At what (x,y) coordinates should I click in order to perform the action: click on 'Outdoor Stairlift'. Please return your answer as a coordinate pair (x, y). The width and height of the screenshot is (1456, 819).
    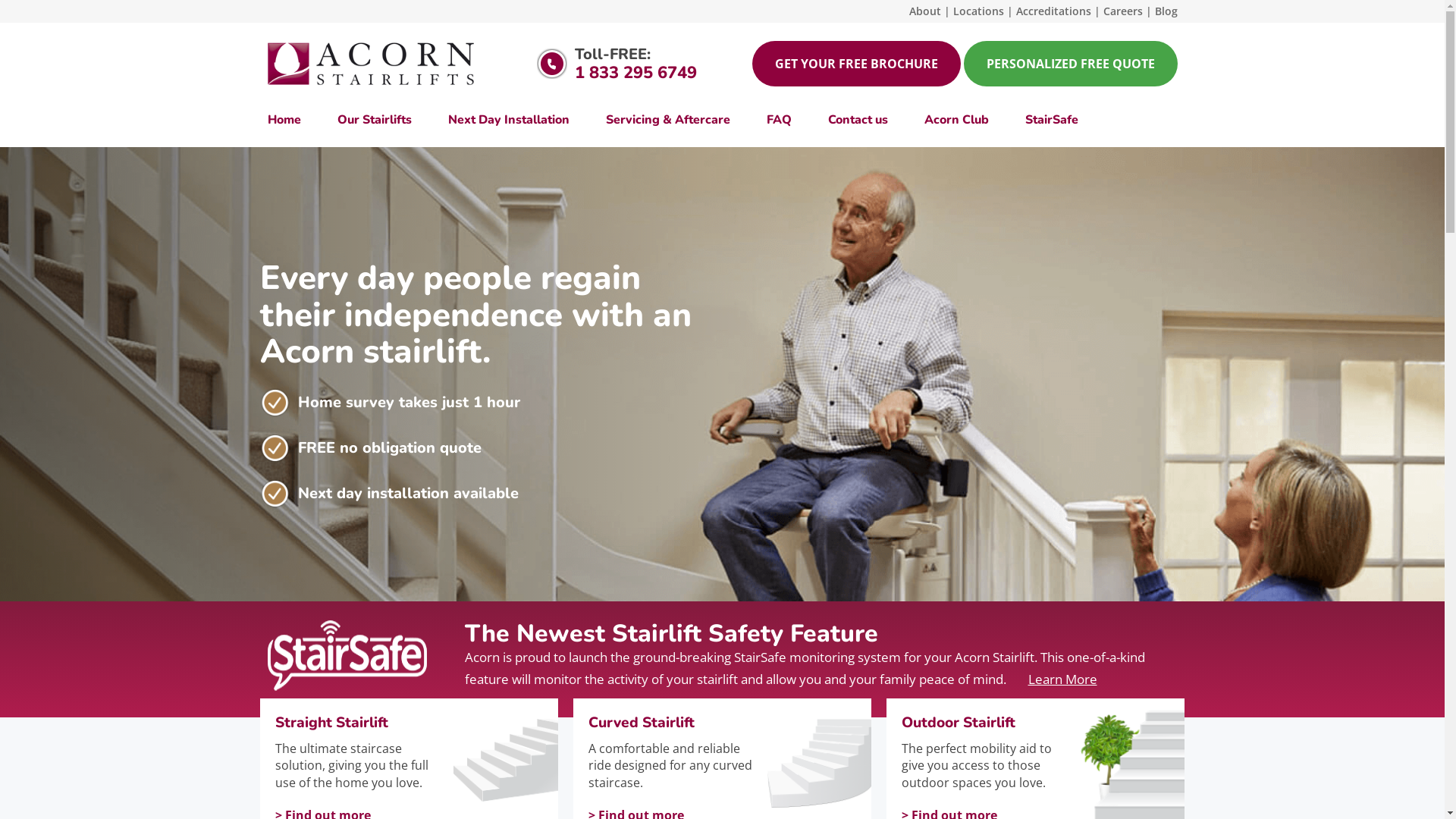
    Looking at the image, I should click on (988, 722).